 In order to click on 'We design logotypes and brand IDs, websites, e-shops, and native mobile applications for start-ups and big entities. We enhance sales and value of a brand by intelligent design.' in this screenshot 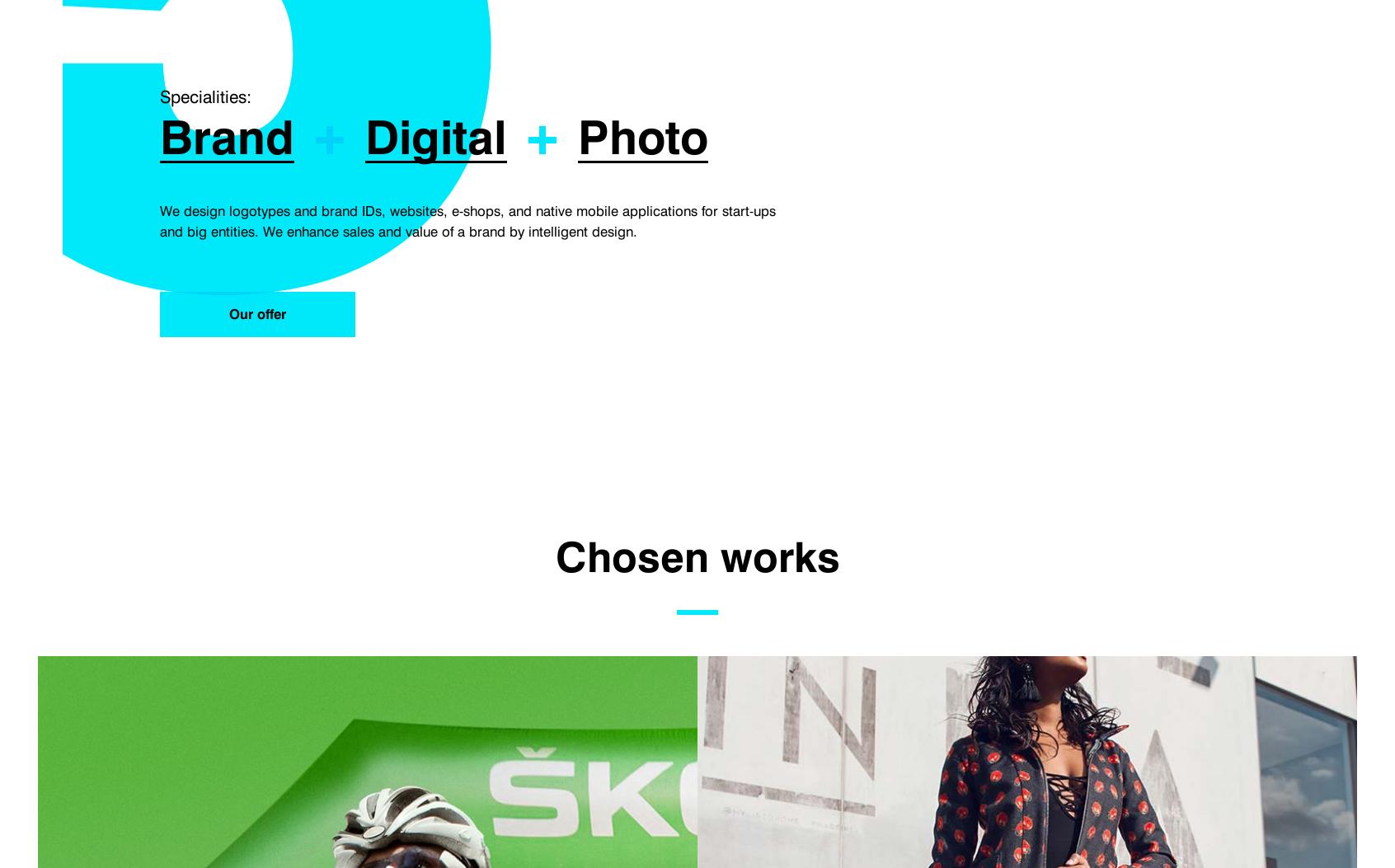, I will do `click(159, 221)`.